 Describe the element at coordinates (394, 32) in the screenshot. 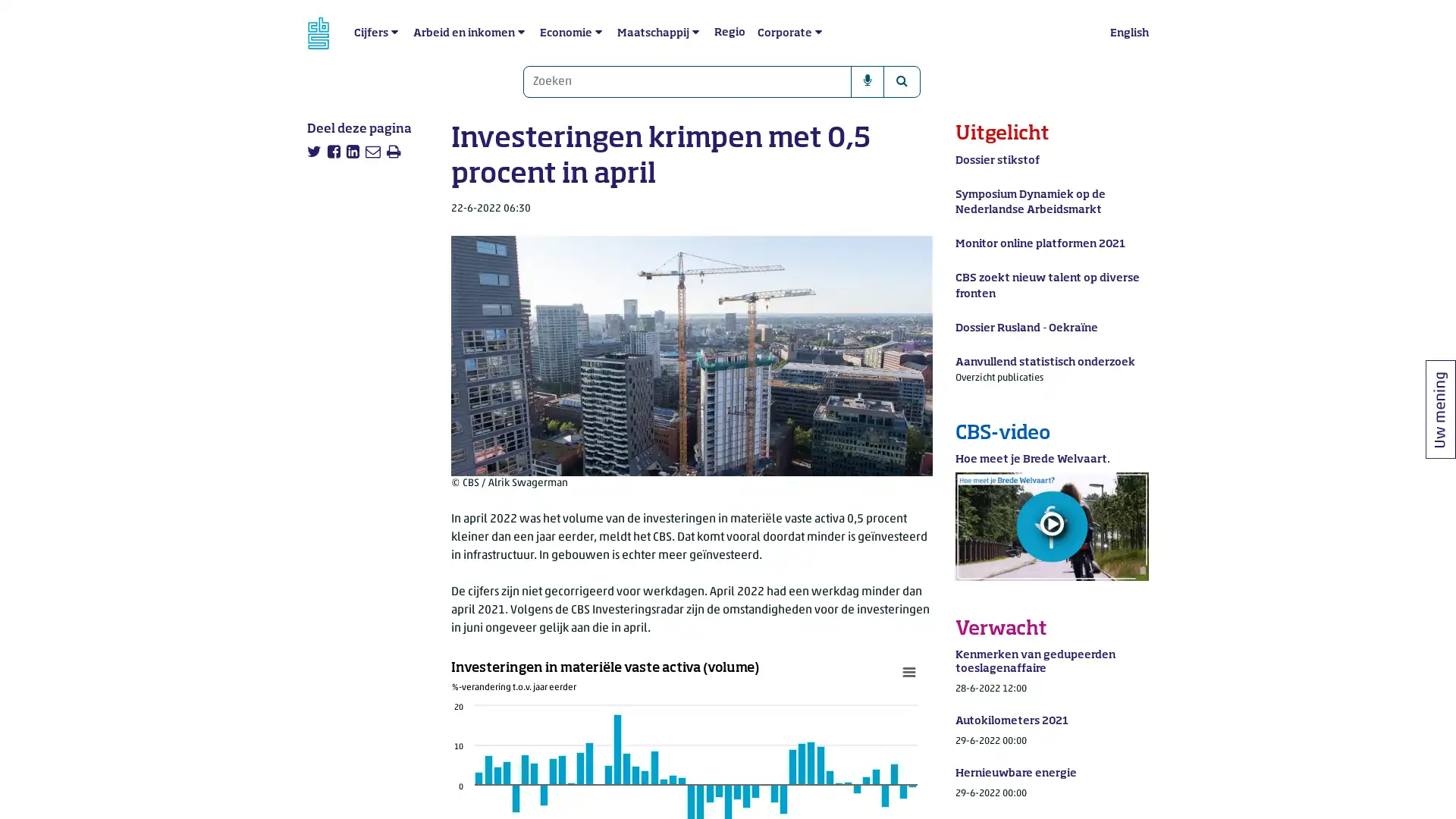

I see `submenu Cijfers` at that location.